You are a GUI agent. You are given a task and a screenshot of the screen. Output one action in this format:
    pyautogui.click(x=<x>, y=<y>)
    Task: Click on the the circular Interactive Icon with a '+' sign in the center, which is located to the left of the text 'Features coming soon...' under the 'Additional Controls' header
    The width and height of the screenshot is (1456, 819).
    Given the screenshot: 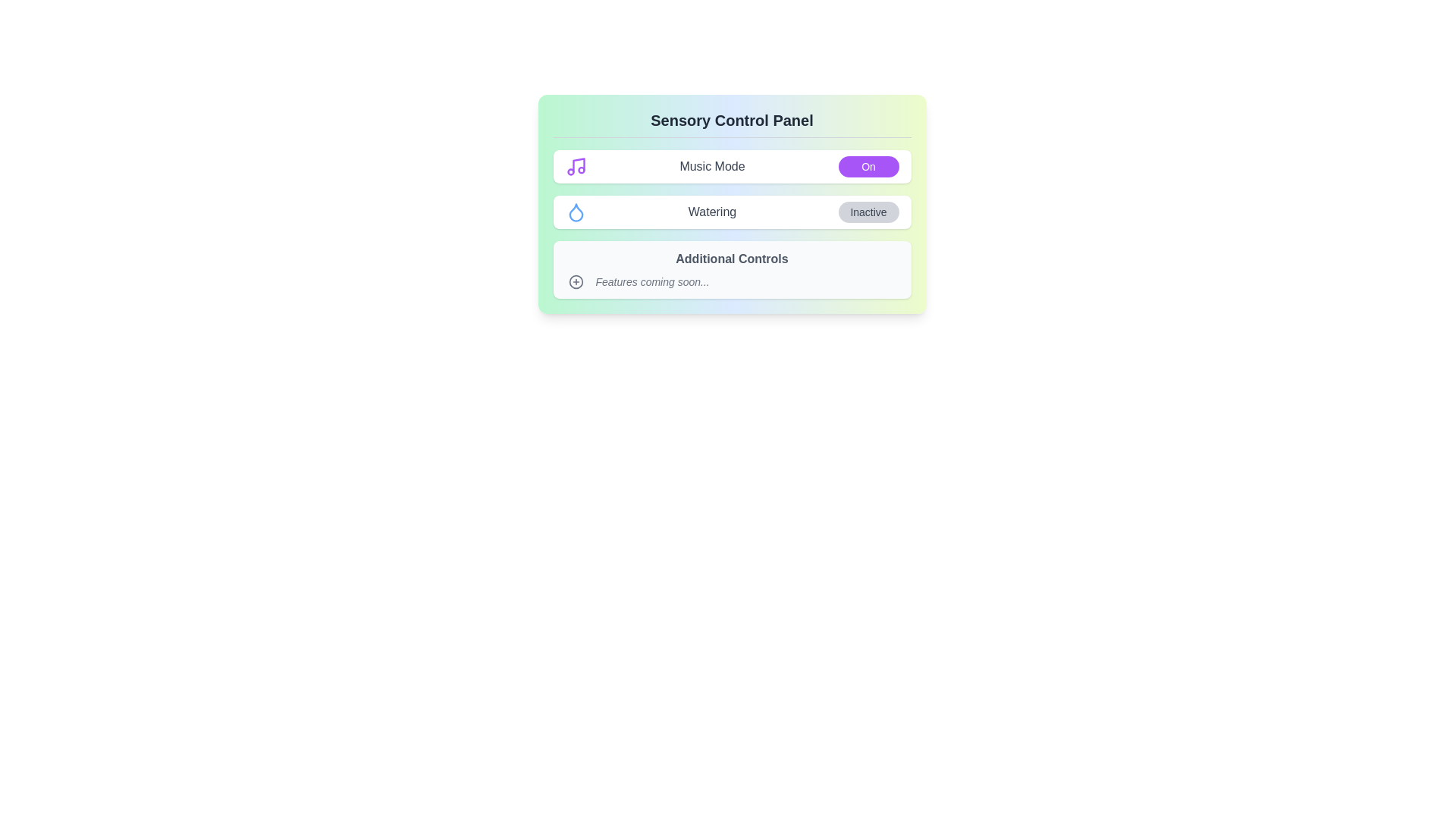 What is the action you would take?
    pyautogui.click(x=575, y=281)
    